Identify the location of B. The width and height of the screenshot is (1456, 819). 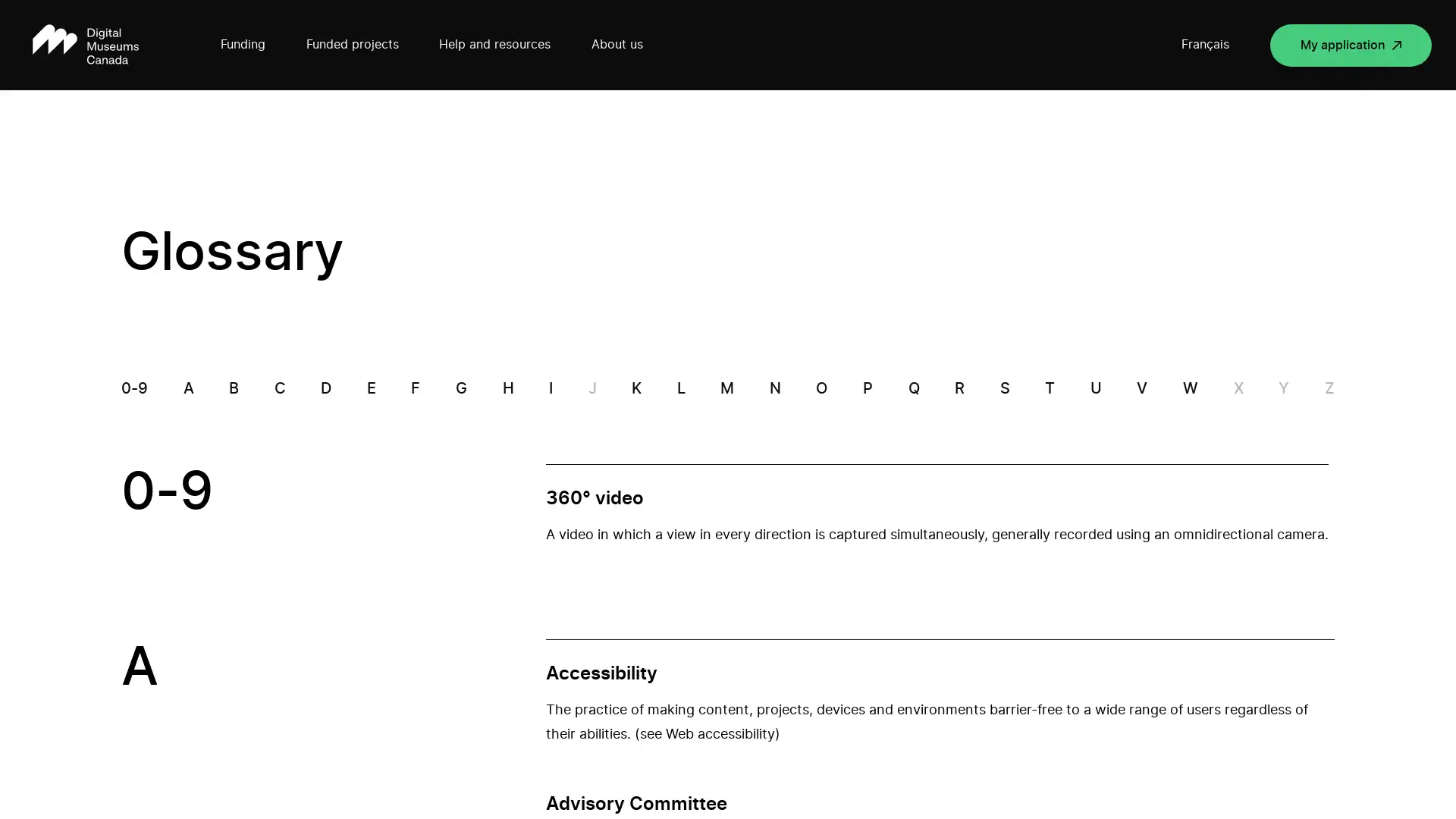
(233, 388).